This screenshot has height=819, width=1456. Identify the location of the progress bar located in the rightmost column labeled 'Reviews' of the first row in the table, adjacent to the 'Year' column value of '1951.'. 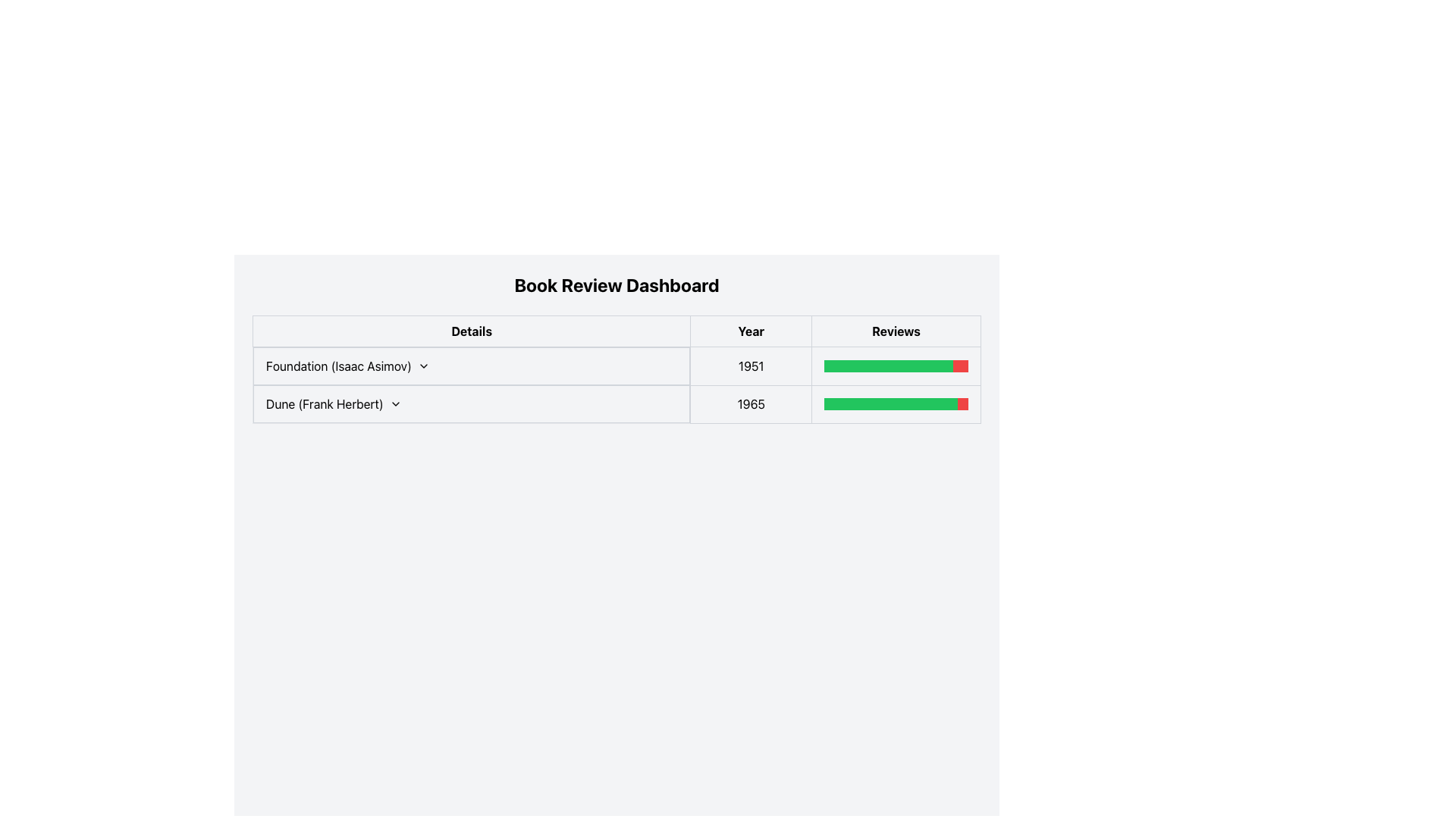
(896, 366).